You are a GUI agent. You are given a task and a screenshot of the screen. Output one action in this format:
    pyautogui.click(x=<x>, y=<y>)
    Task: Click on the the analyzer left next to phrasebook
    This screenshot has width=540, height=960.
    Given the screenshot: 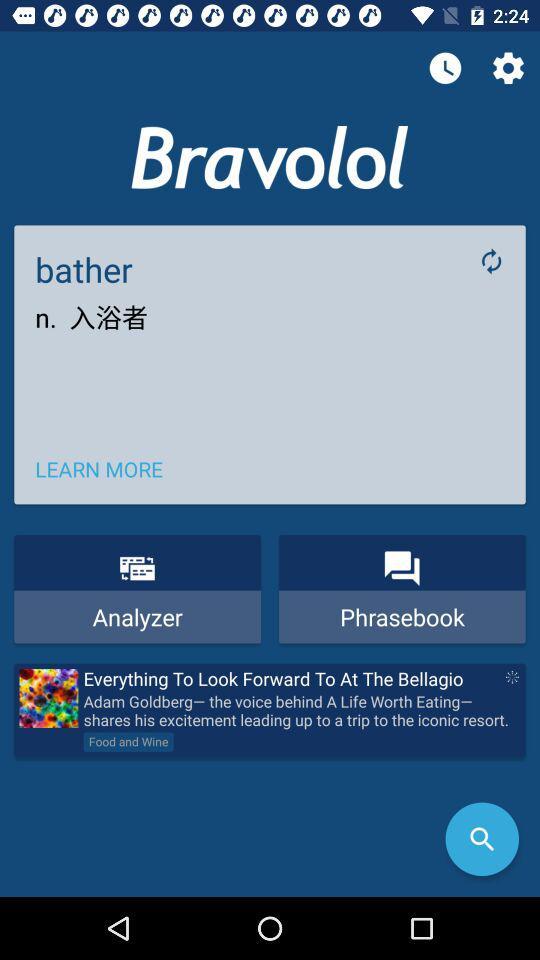 What is the action you would take?
    pyautogui.click(x=137, y=588)
    